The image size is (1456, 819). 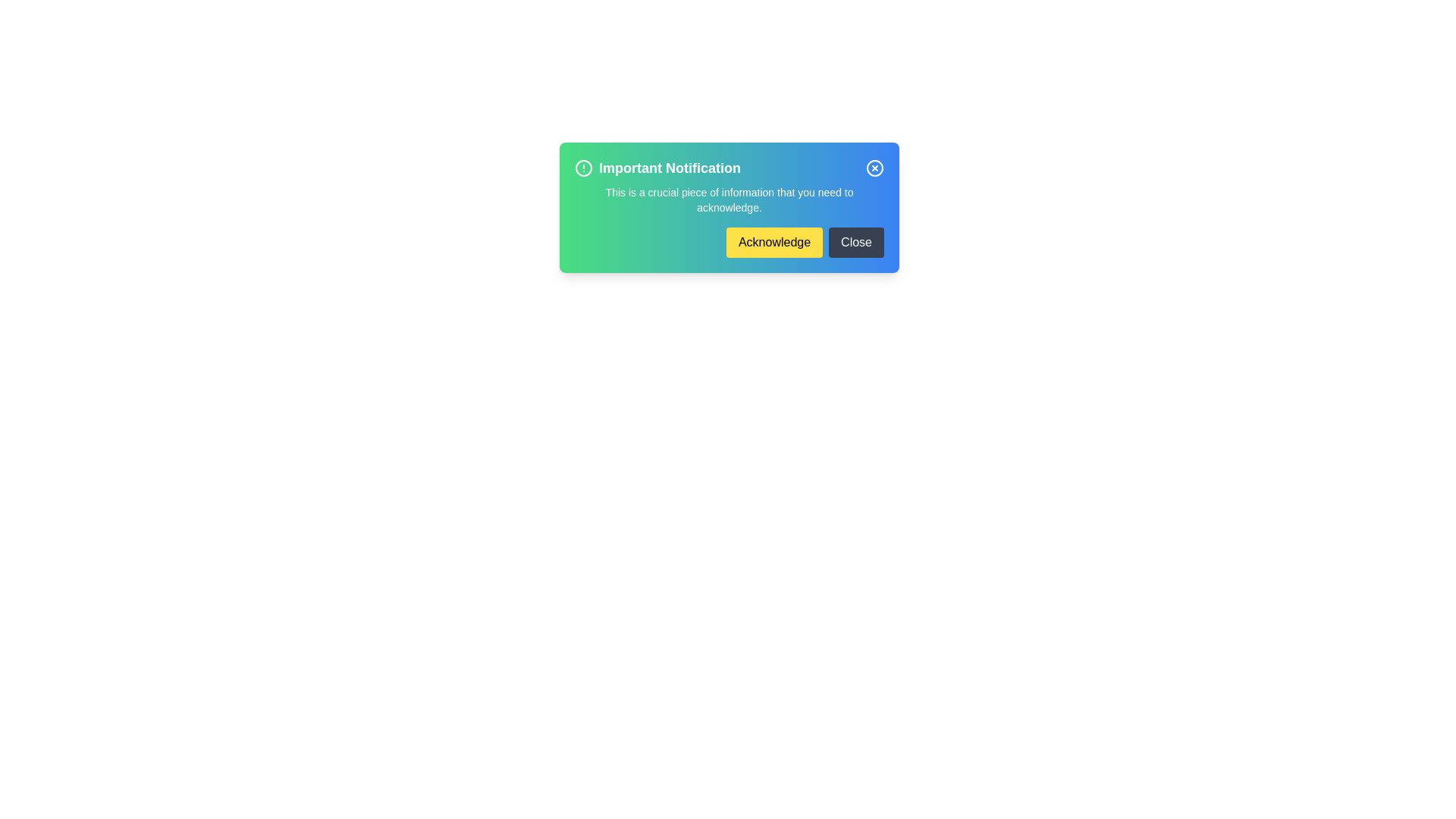 I want to click on the 'Acknowledge' button with a yellow background and bold black text to acknowledge the notification, so click(x=729, y=242).